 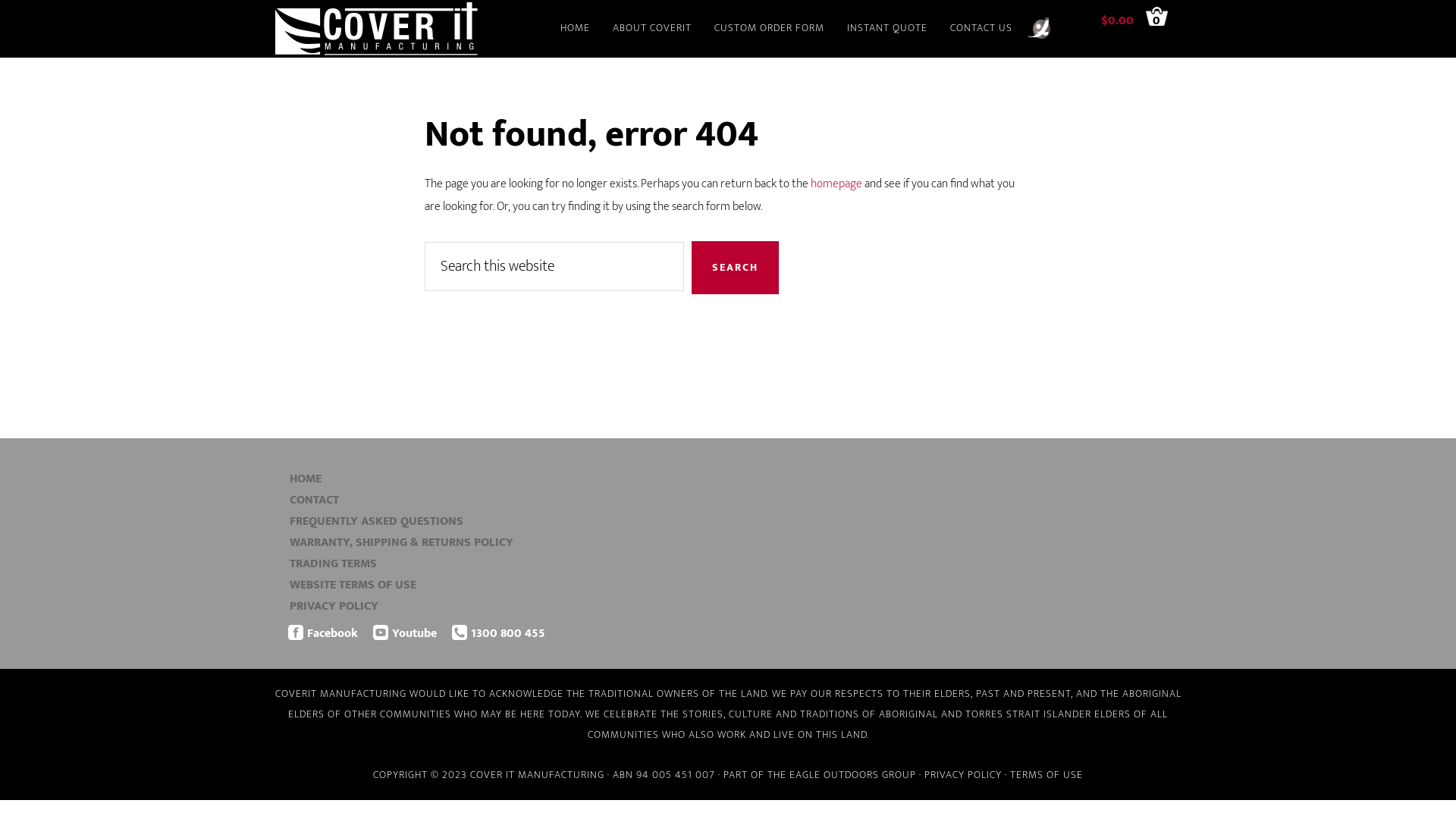 I want to click on 'FREQUENTLY ASKED QUESTIONS', so click(x=290, y=520).